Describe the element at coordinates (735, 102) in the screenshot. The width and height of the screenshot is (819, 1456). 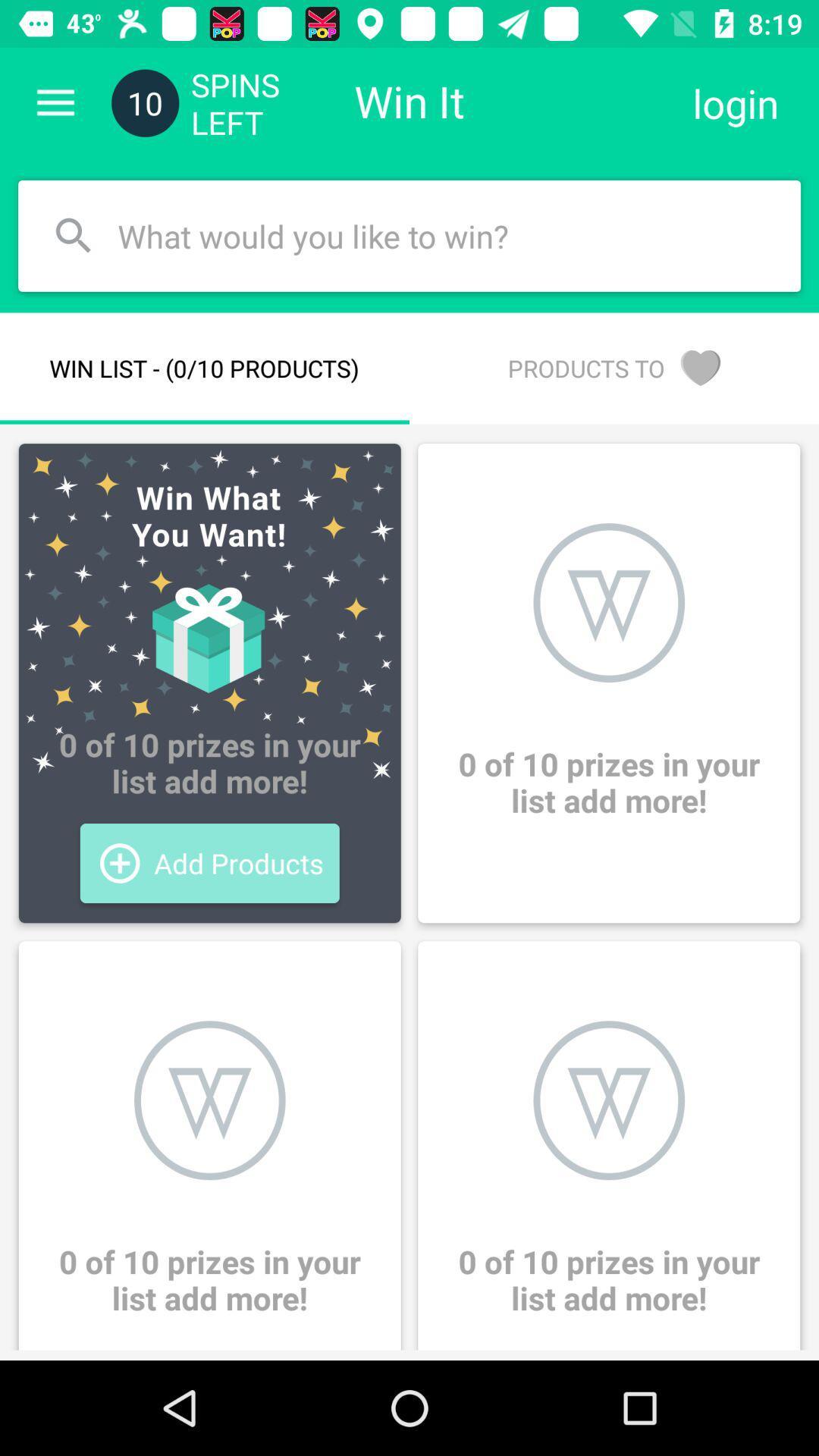
I see `item next to win it item` at that location.